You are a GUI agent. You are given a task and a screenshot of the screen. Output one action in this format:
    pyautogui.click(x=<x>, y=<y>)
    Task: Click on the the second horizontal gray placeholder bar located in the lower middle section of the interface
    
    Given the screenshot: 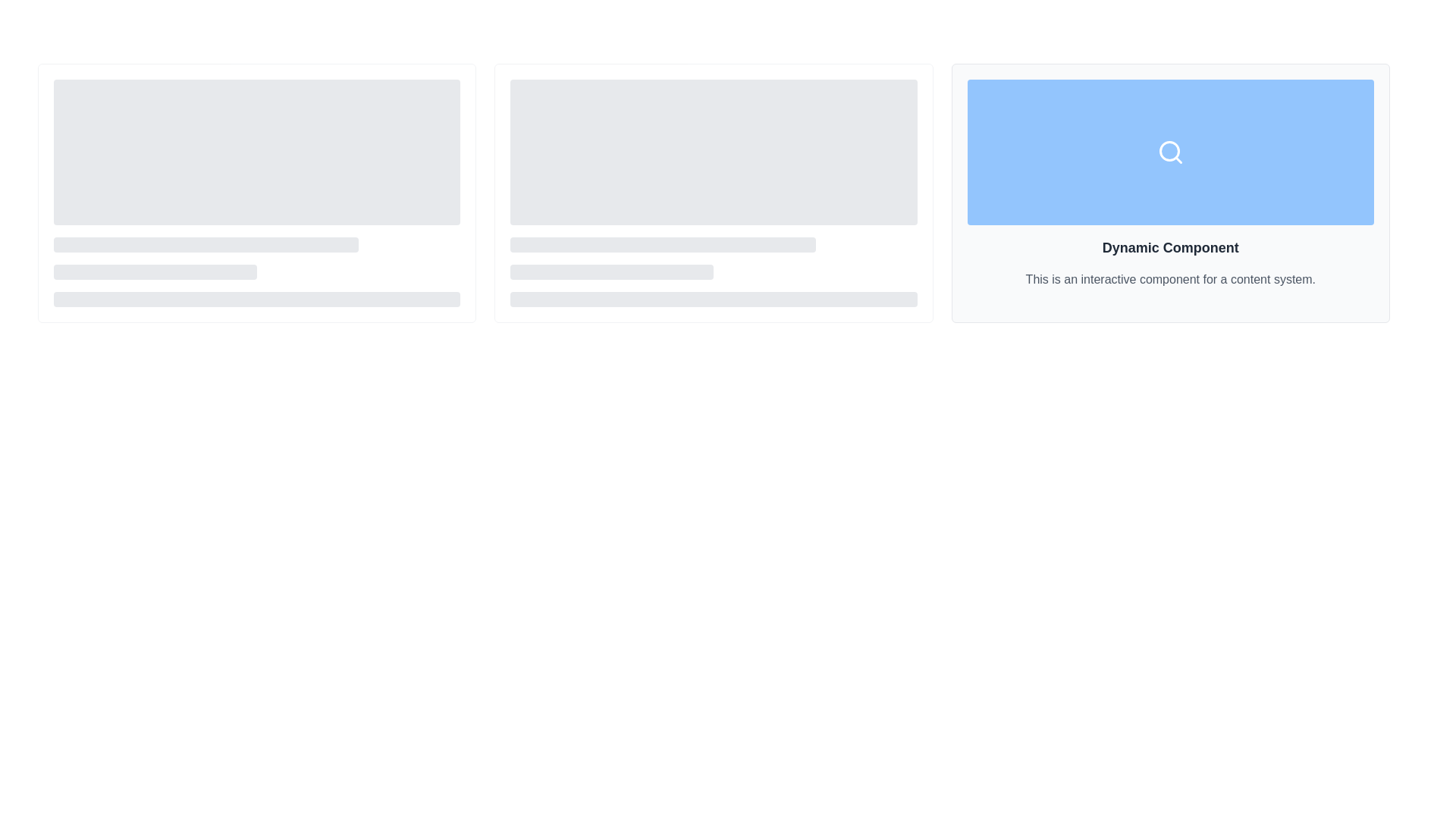 What is the action you would take?
    pyautogui.click(x=155, y=271)
    